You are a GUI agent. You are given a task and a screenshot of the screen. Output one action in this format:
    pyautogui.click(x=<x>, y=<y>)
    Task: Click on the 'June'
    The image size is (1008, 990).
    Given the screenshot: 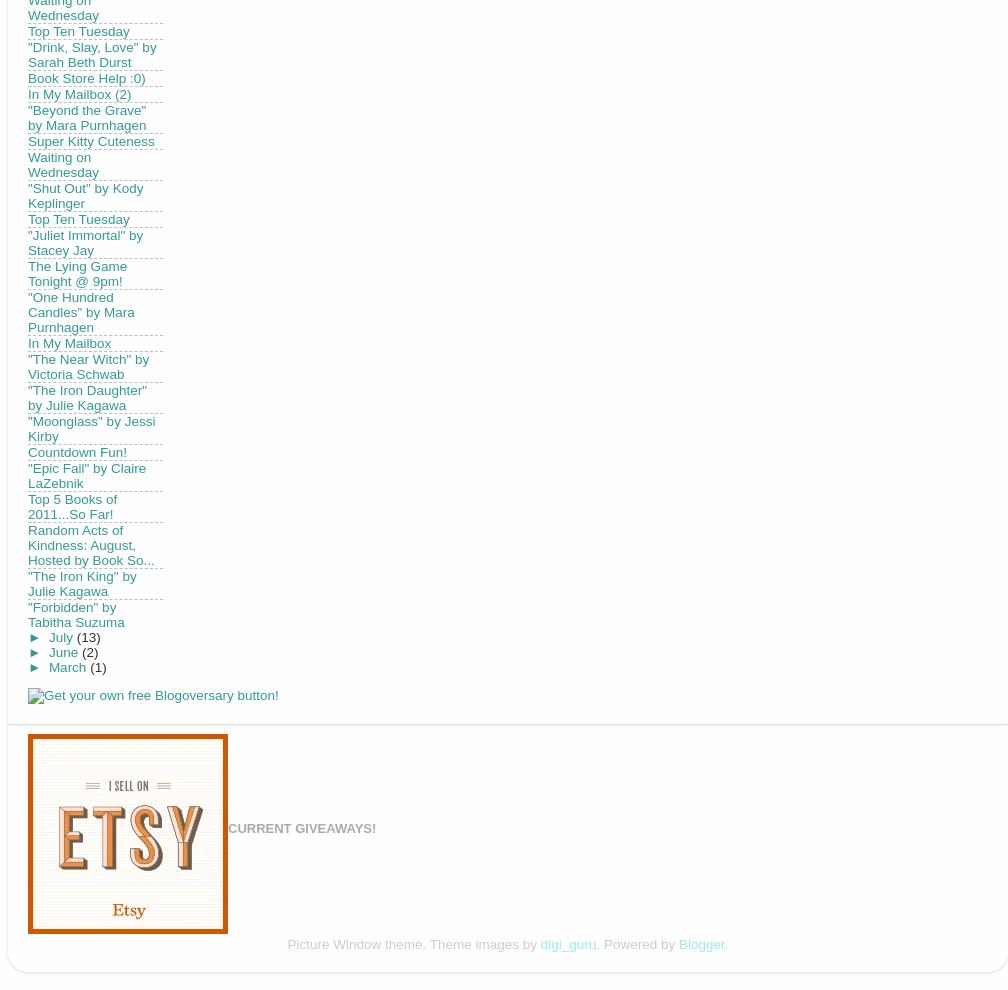 What is the action you would take?
    pyautogui.click(x=47, y=651)
    